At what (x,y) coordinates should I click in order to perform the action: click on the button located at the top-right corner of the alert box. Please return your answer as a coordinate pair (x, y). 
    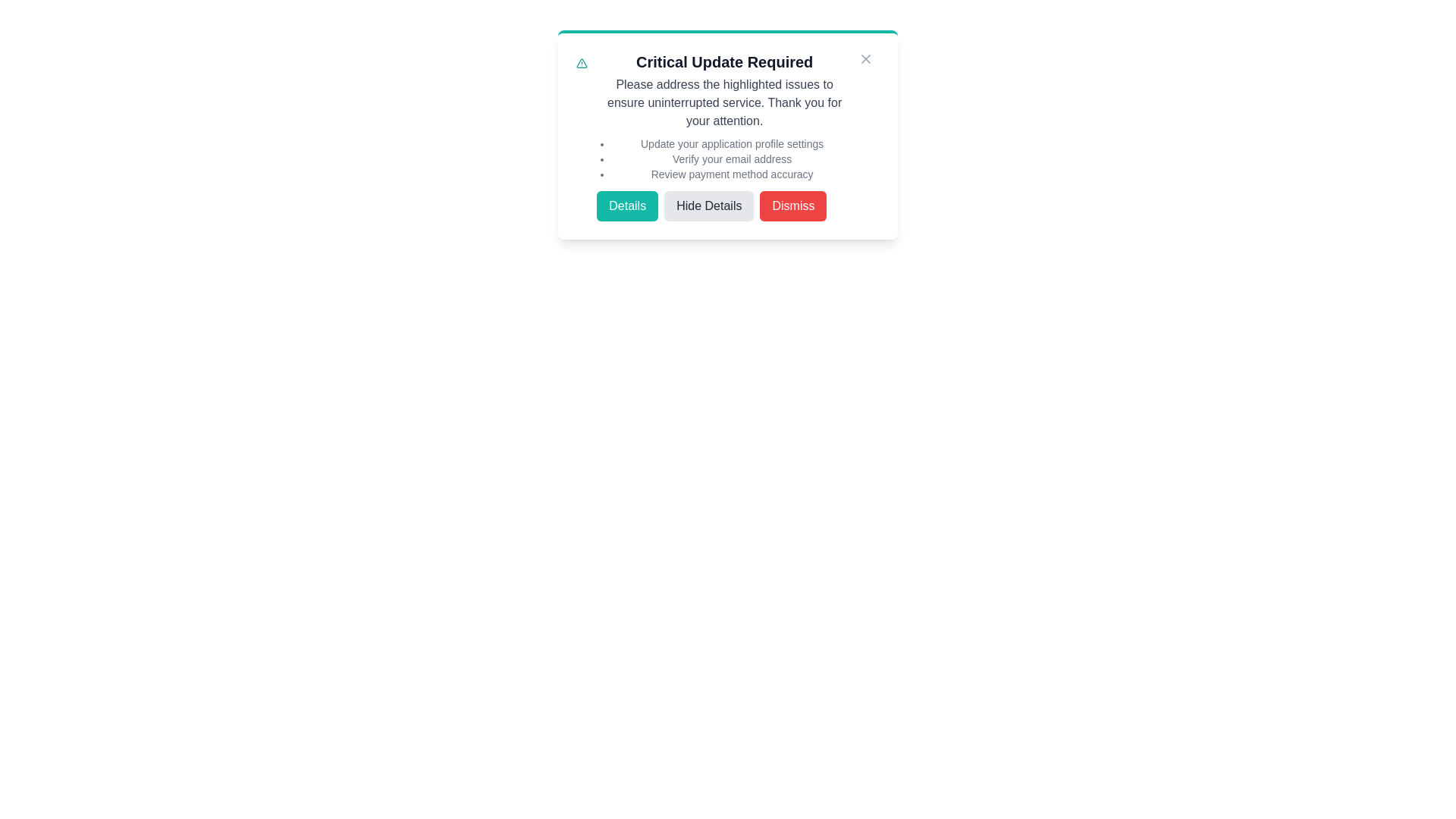
    Looking at the image, I should click on (866, 58).